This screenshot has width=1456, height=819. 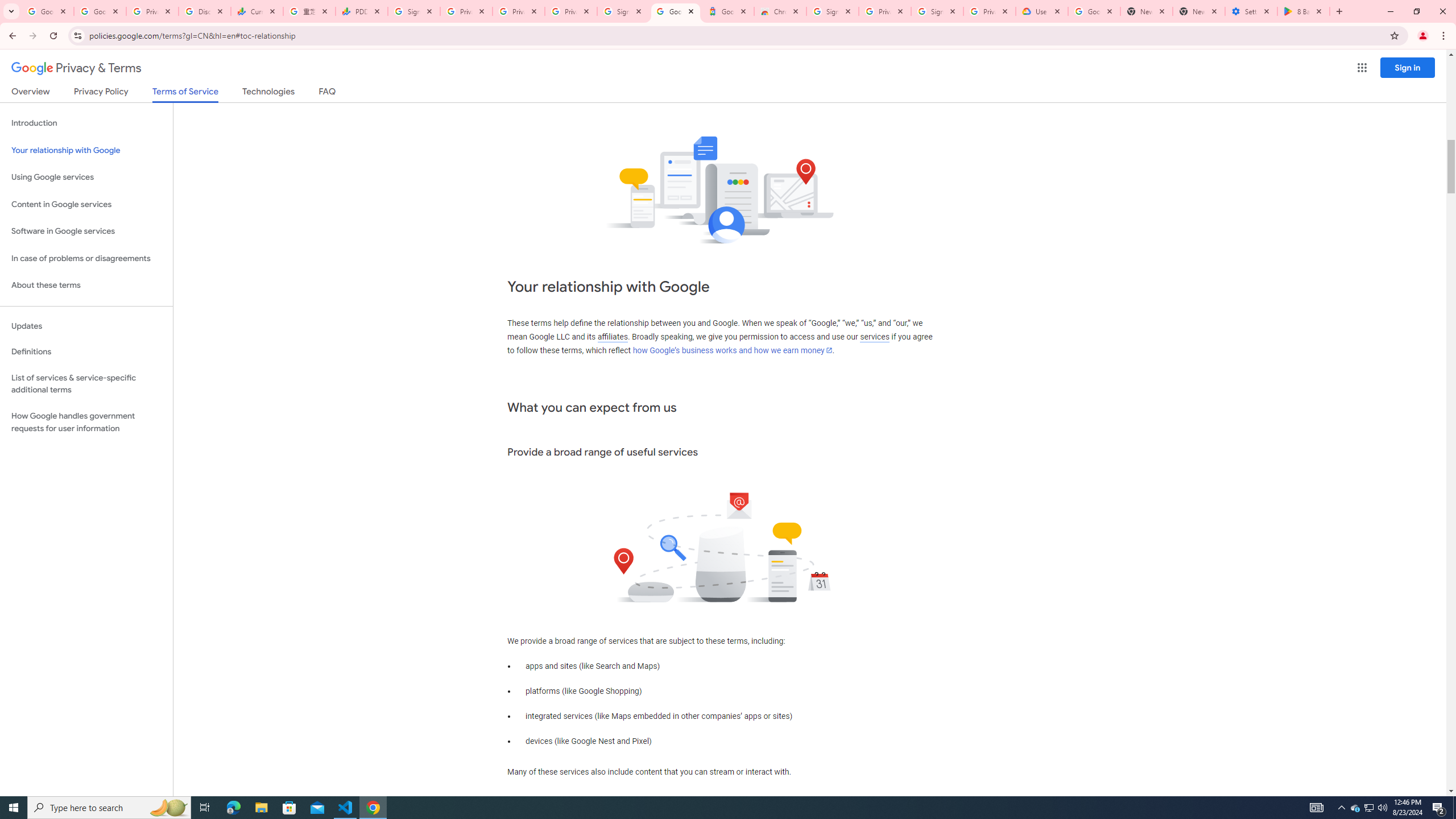 I want to click on 'Chrome Web Store - Color themes by Chrome', so click(x=779, y=11).